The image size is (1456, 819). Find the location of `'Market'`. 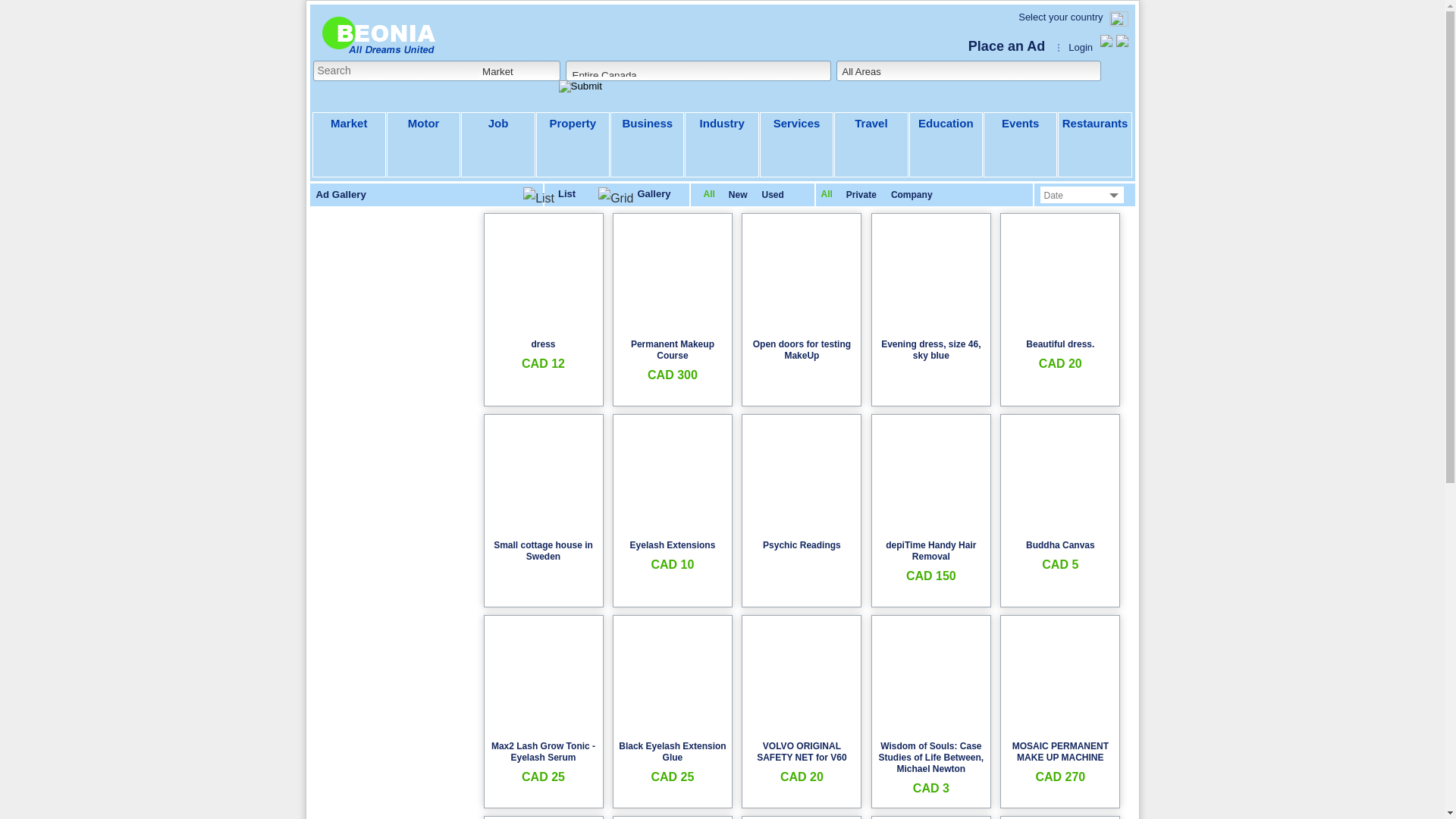

'Market' is located at coordinates (312, 145).